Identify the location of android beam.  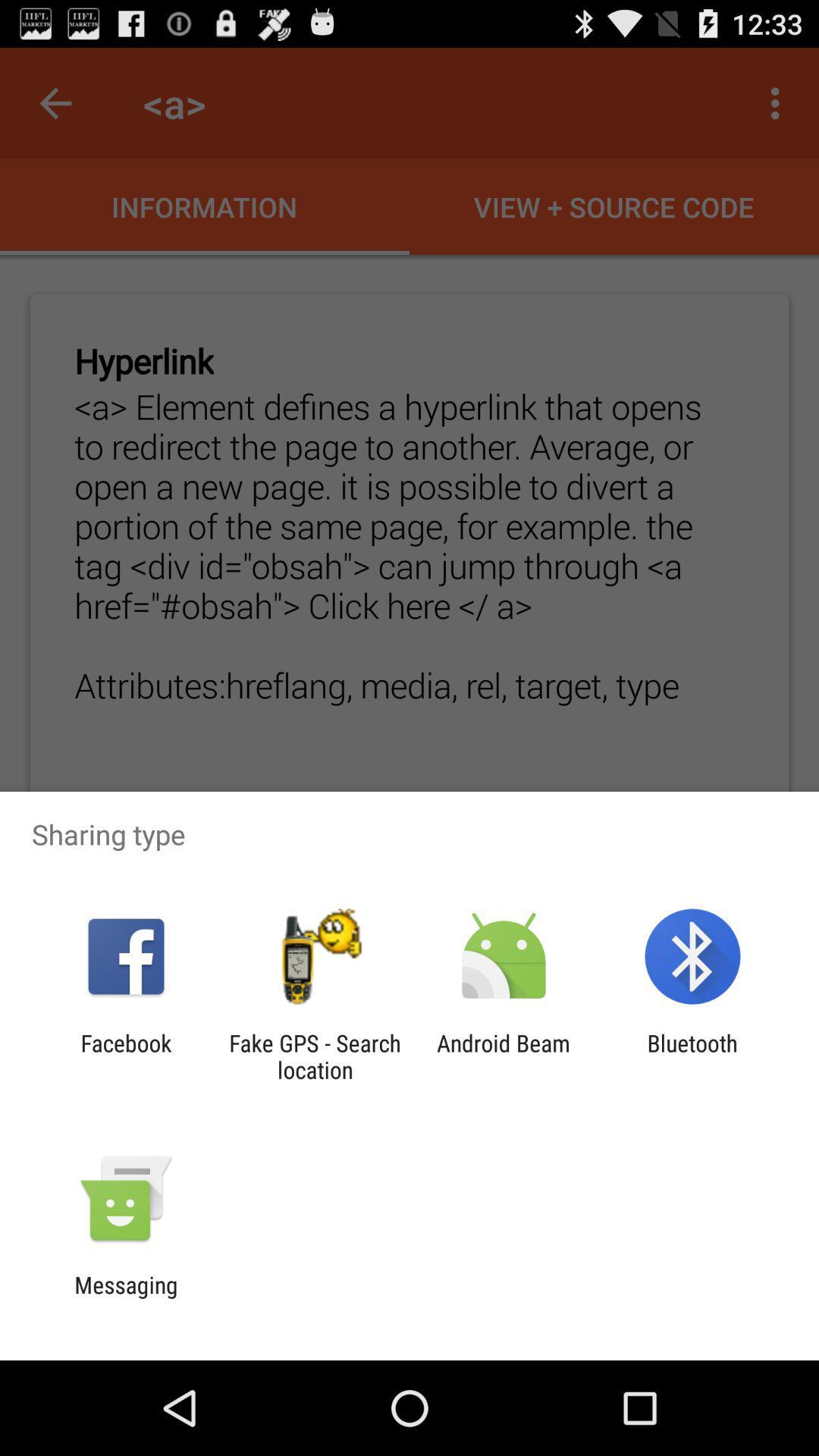
(504, 1056).